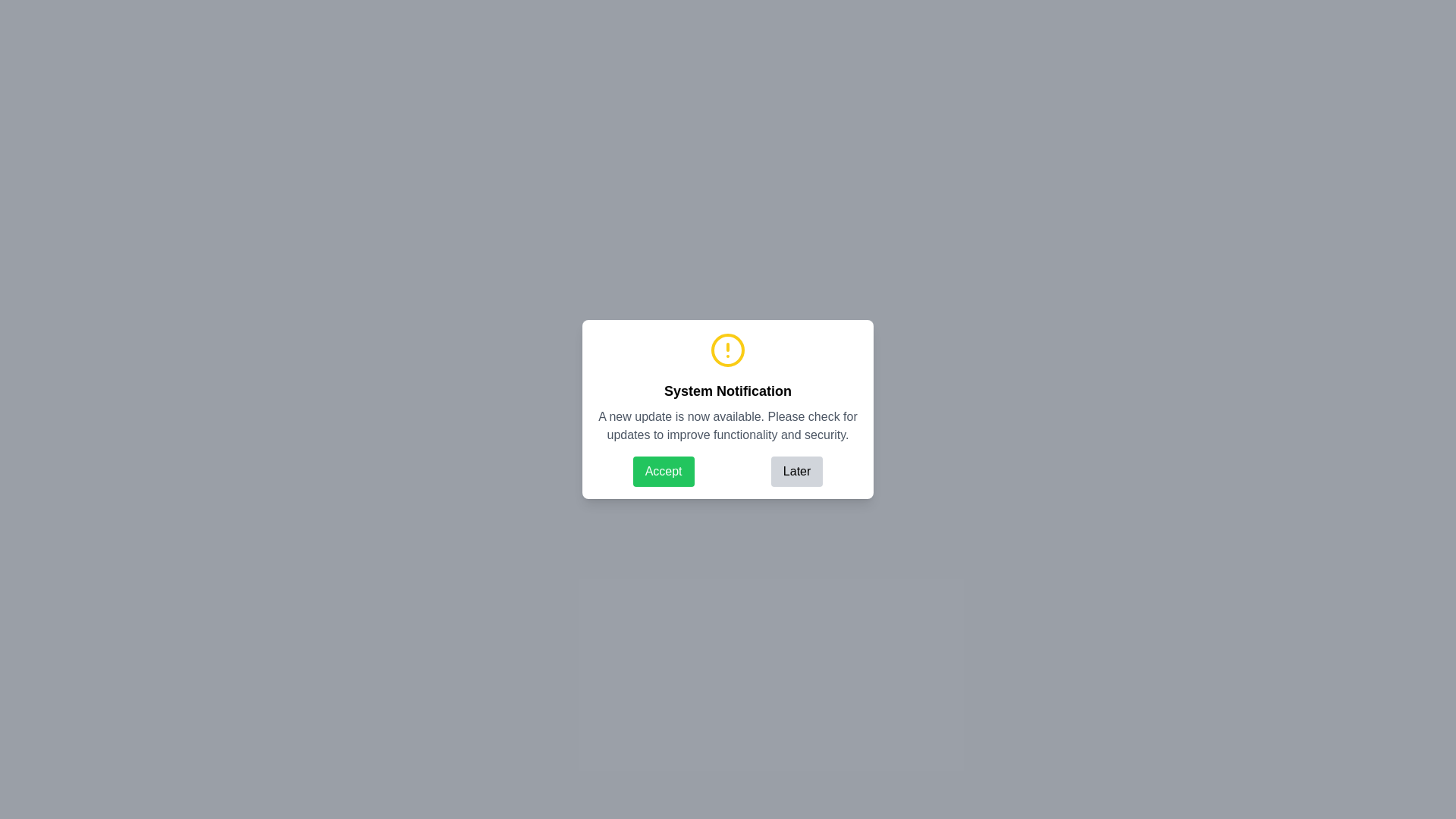 The image size is (1456, 819). Describe the element at coordinates (728, 350) in the screenshot. I see `the yellow circular outline with an exclamation mark inside, which is the central component of the alert icon in the notification dialog box` at that location.